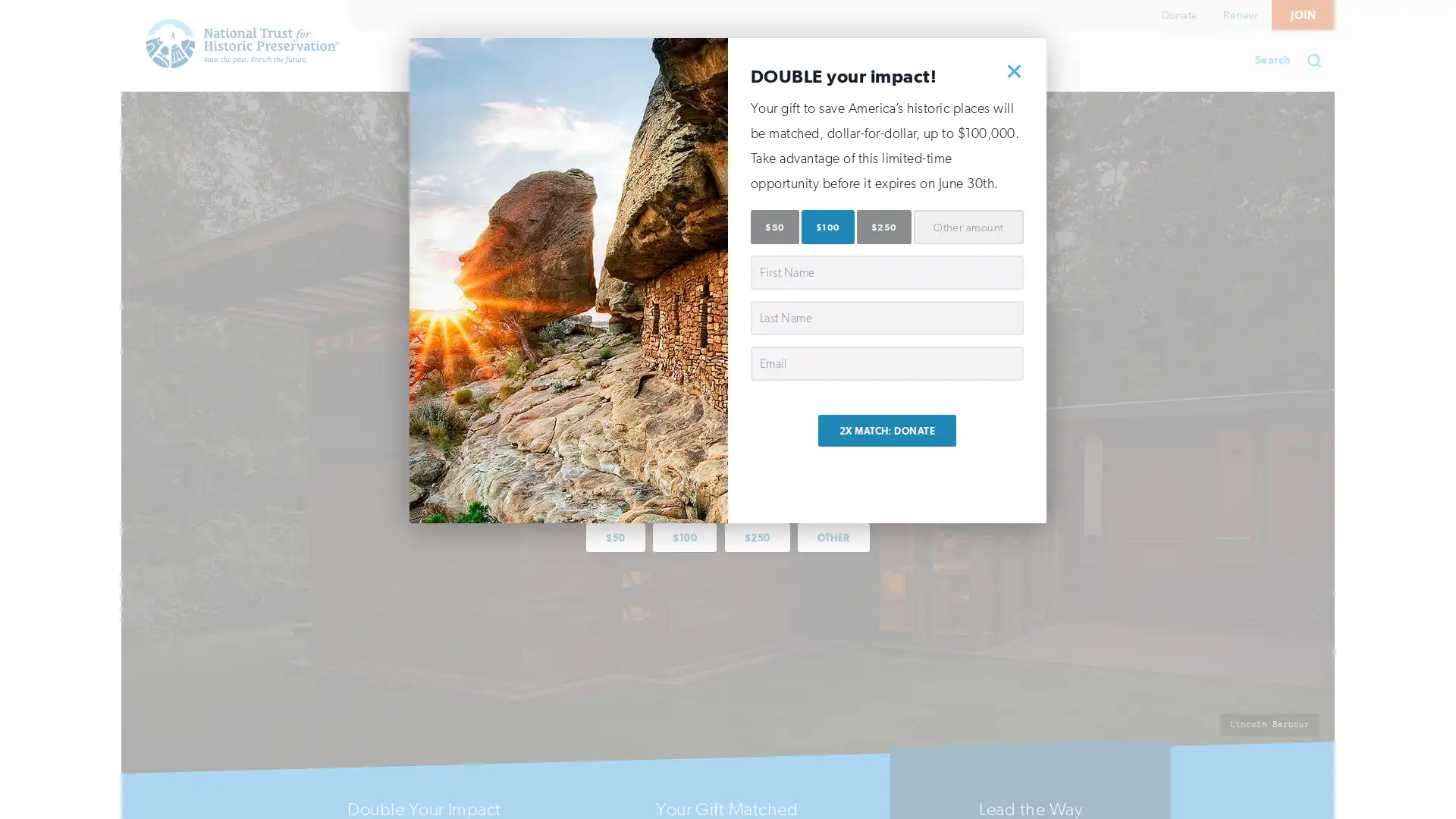  I want to click on Open Save Places section of the nav, so click(462, 60).